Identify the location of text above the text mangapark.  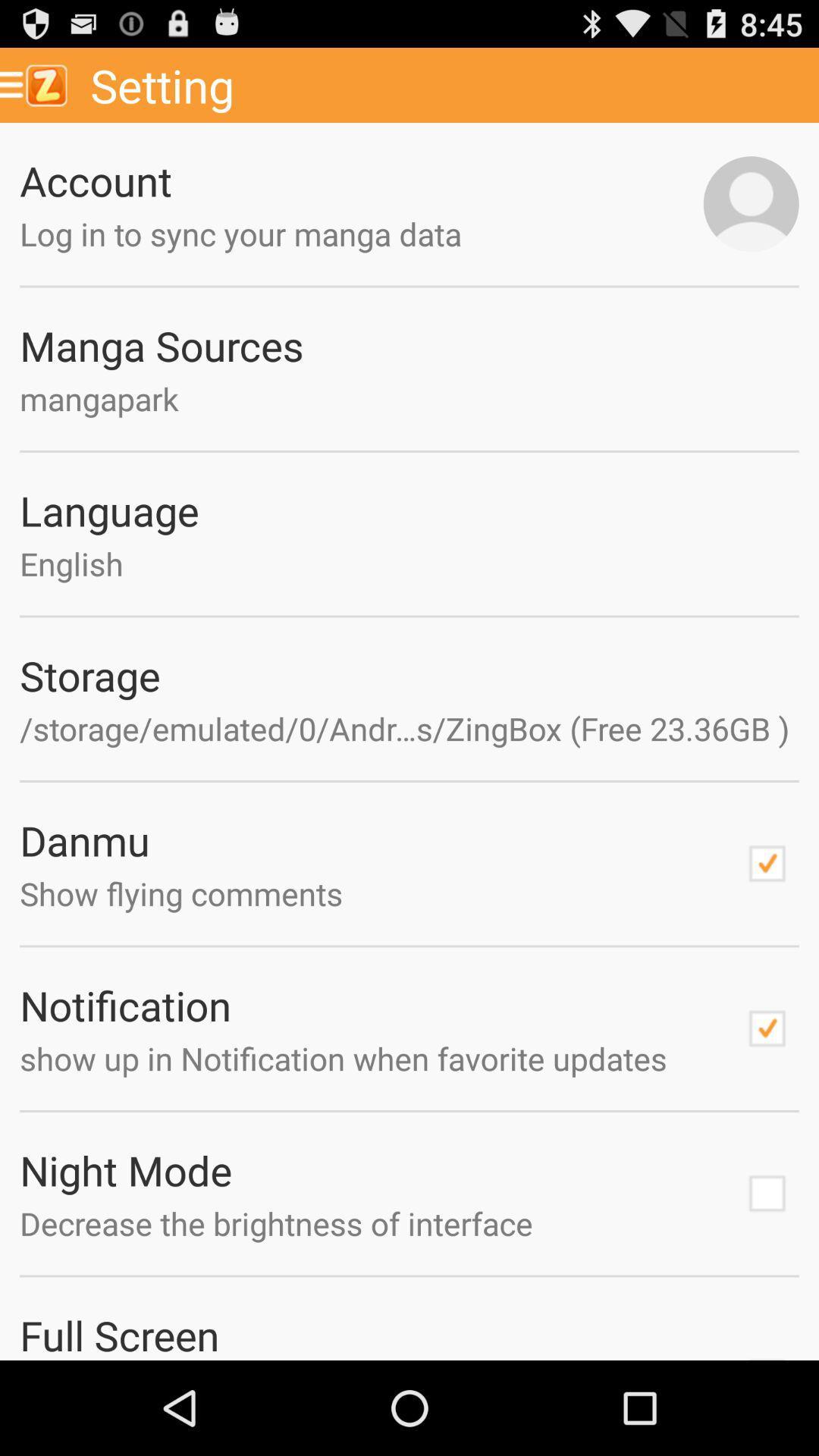
(409, 344).